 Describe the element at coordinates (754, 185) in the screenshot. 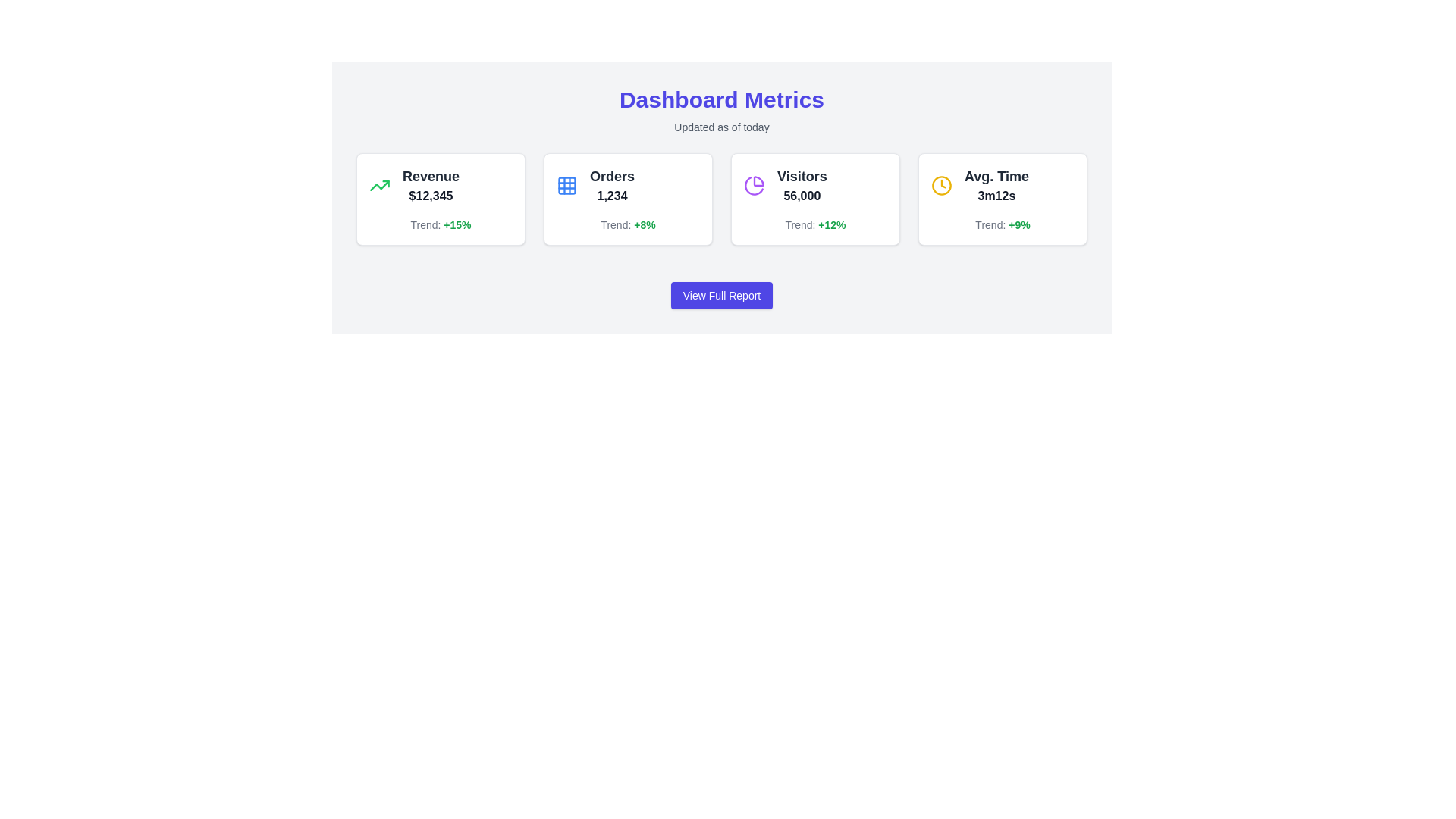

I see `the 'Visitors' icon located in the third card from the left on the dashboard, which visually represents the 'Visitors' metric` at that location.